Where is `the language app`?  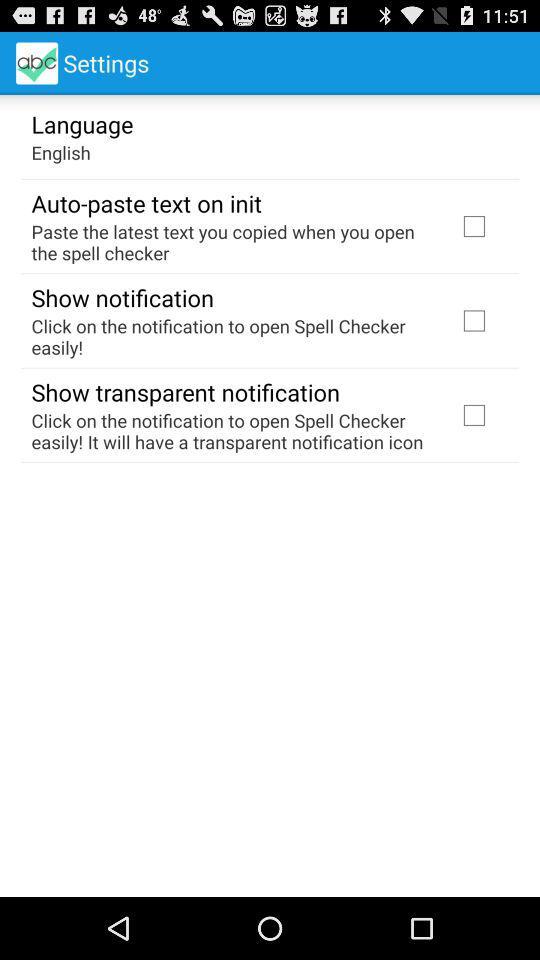 the language app is located at coordinates (81, 122).